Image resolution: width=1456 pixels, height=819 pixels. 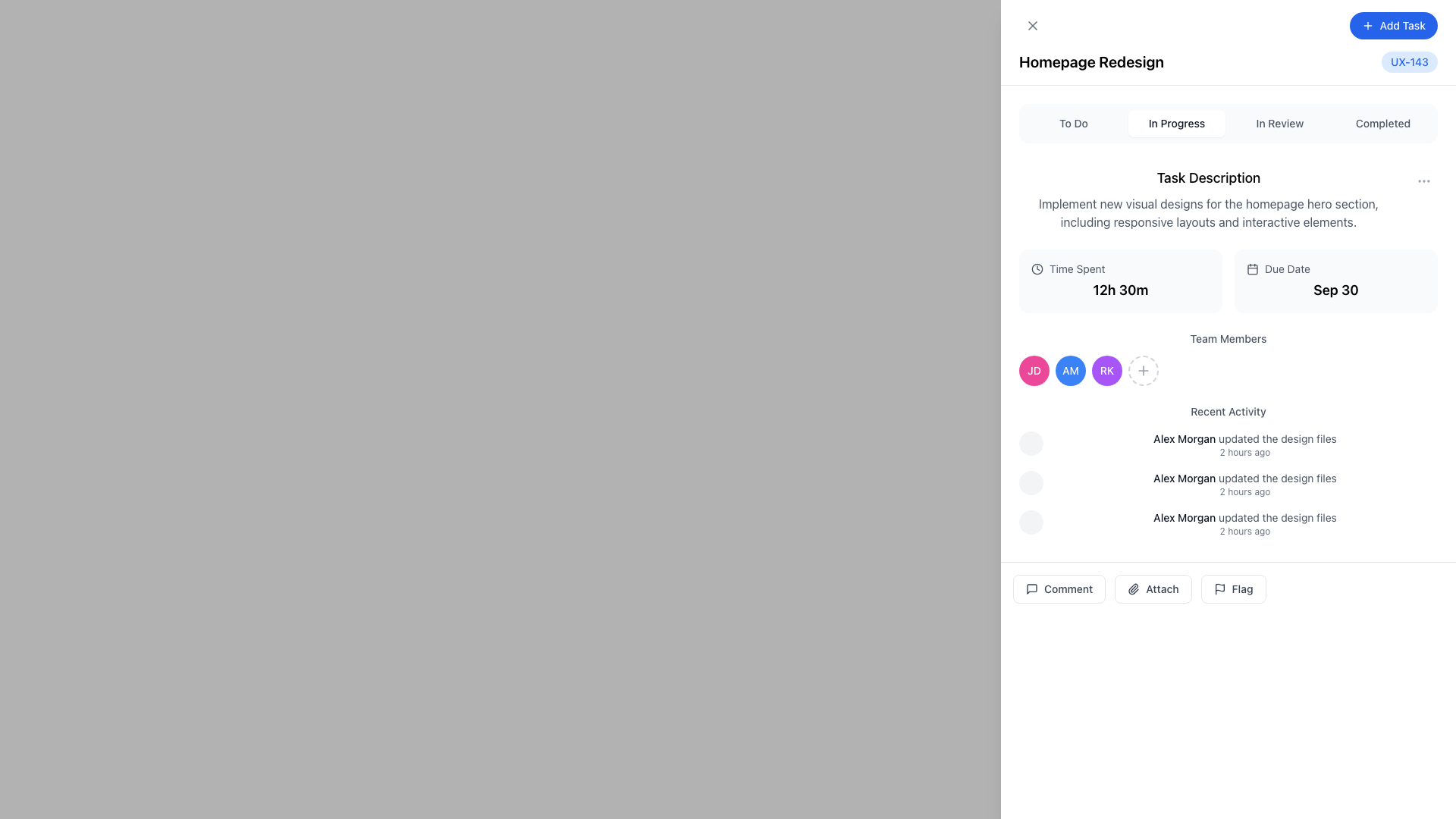 I want to click on the Static Text element that serves as a section title for recent user activities, located at the top of the column on the right side of the interface, so click(x=1228, y=412).